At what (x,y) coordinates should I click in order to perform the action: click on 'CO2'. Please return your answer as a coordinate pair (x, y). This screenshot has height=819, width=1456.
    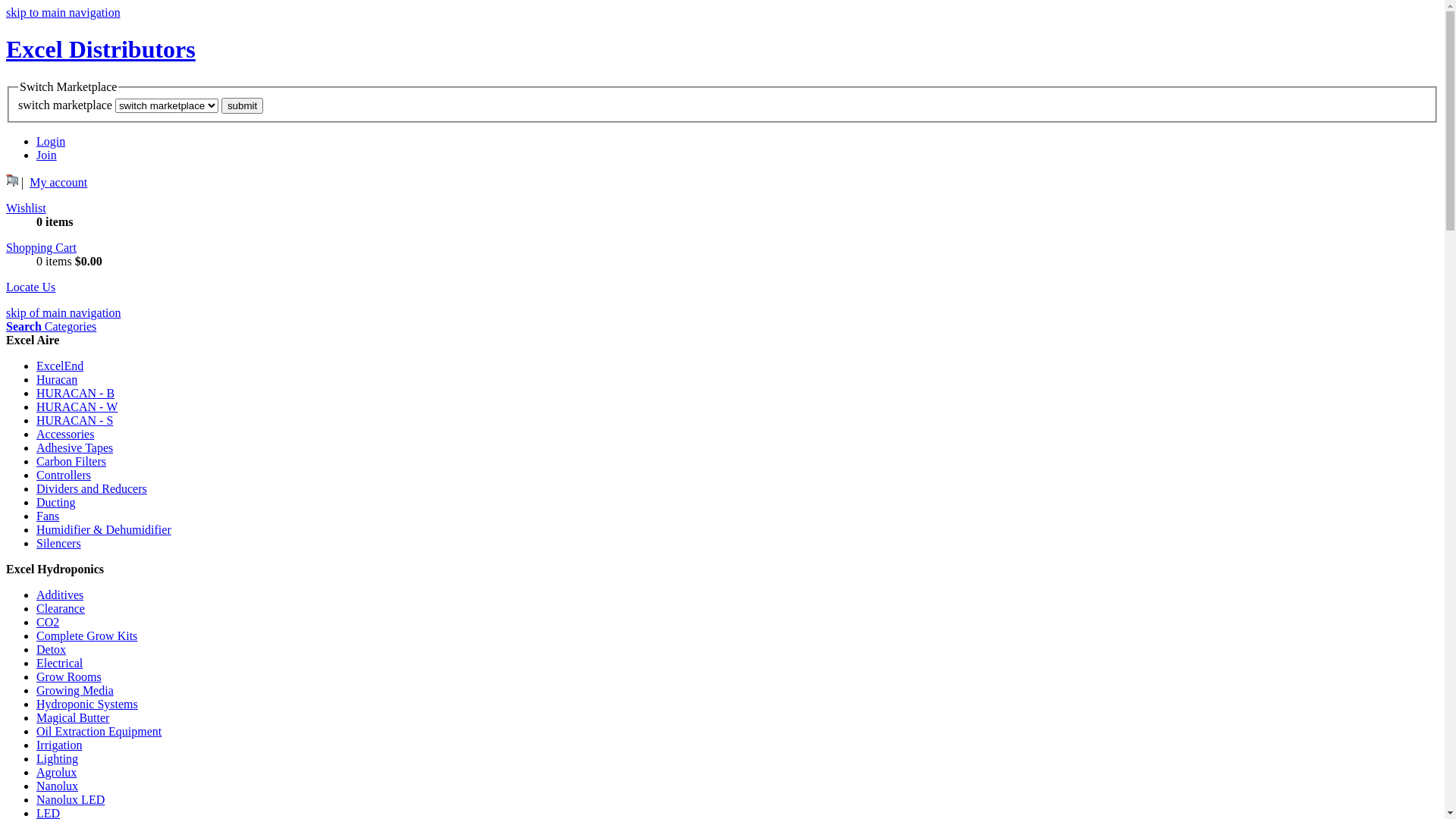
    Looking at the image, I should click on (36, 622).